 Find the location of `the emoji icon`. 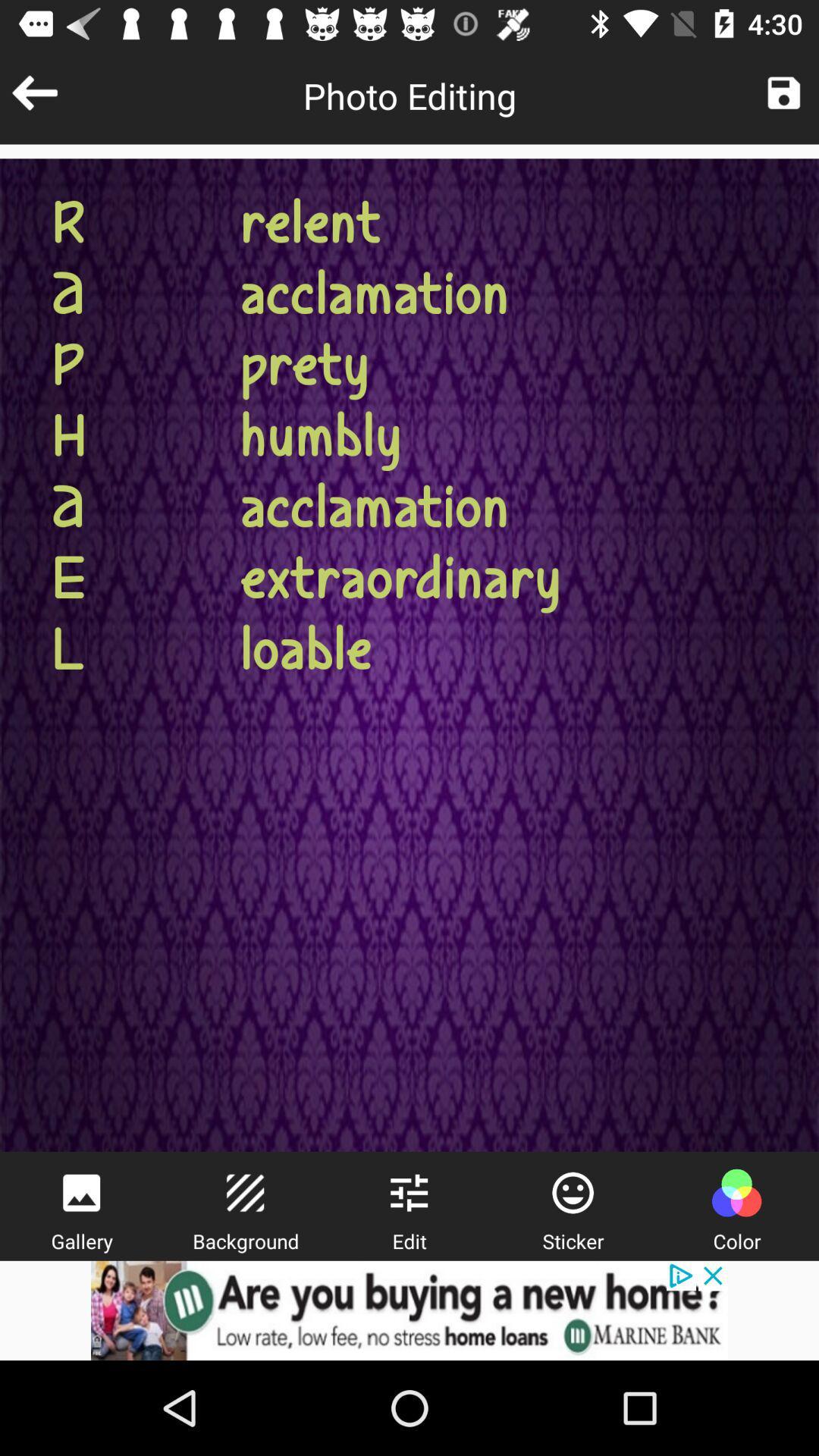

the emoji icon is located at coordinates (573, 1192).